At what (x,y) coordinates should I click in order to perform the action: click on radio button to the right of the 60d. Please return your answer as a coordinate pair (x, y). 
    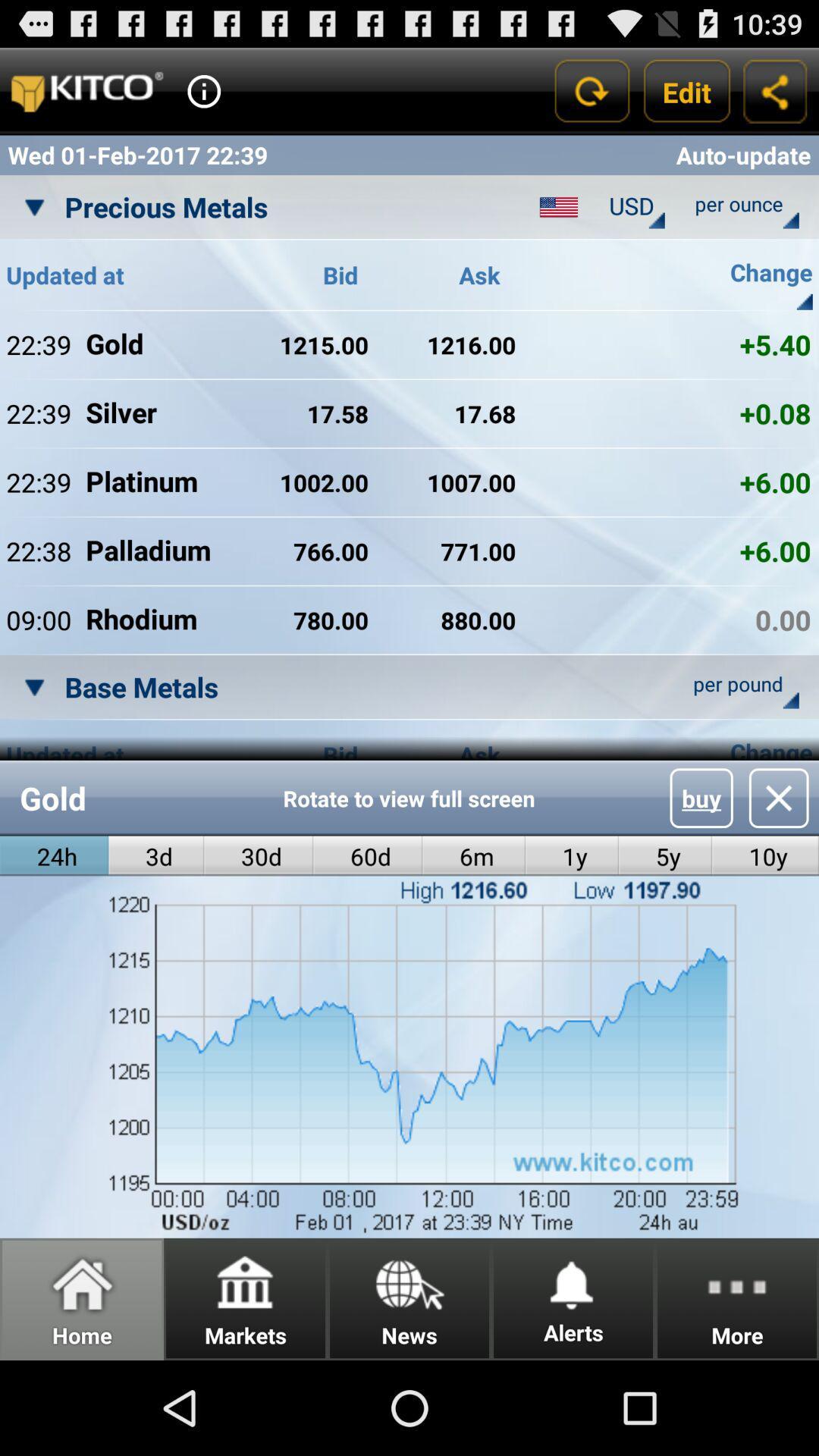
    Looking at the image, I should click on (473, 856).